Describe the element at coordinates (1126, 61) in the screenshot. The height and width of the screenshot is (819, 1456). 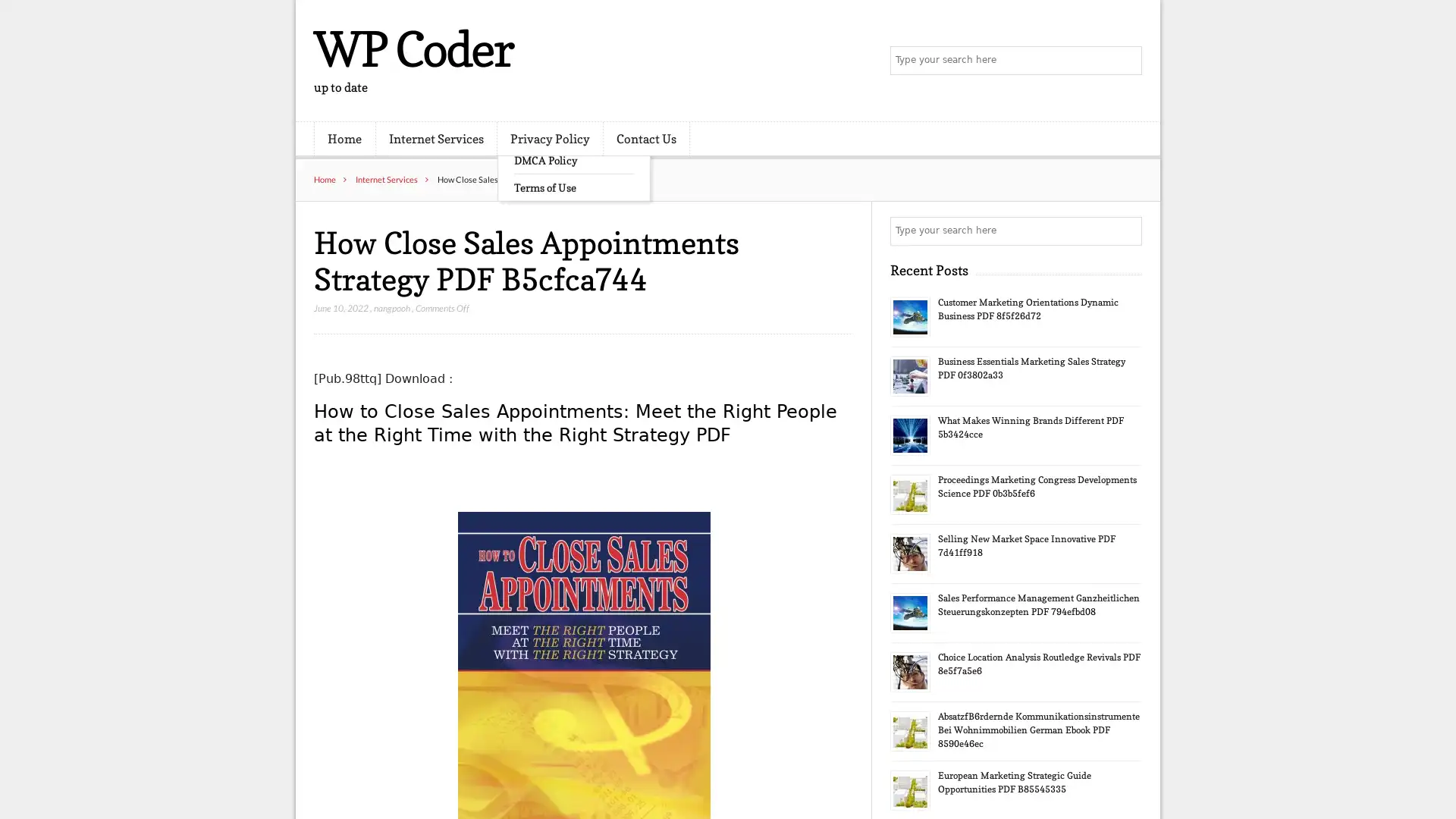
I see `Search` at that location.